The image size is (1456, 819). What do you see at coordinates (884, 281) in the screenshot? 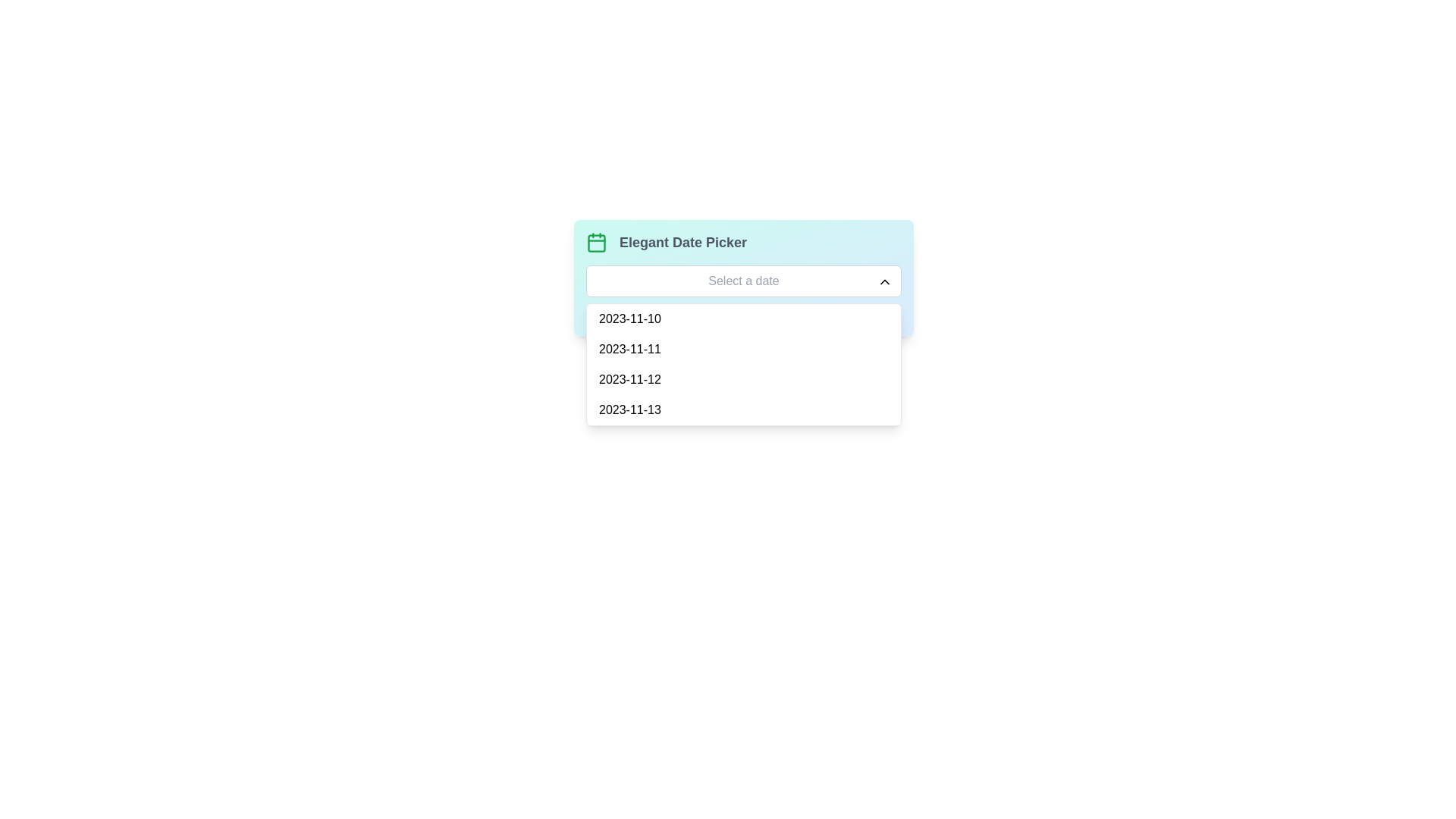
I see `the arrow icon button in the upper-right corner of the date input field` at bounding box center [884, 281].